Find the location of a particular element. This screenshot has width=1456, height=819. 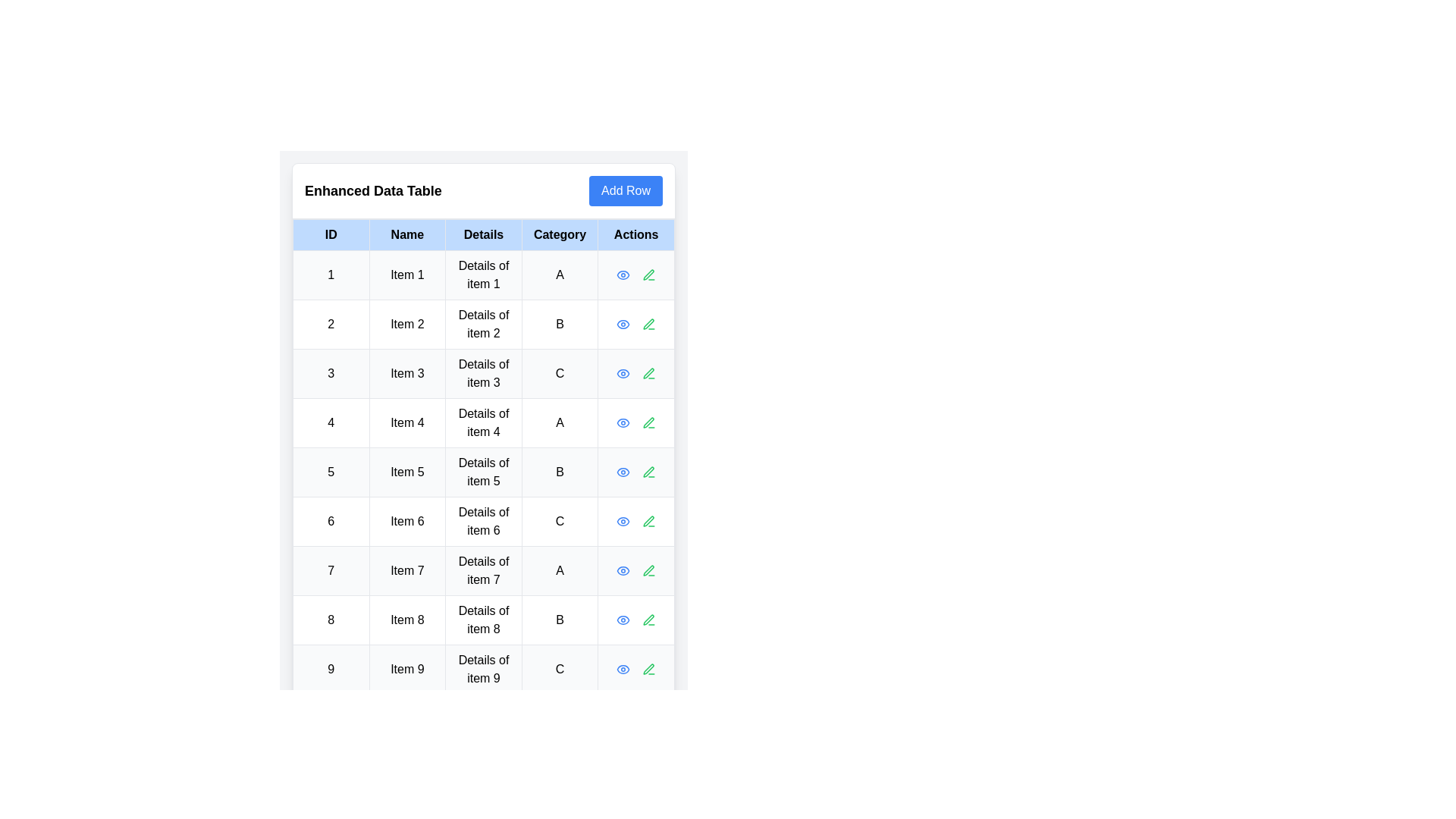

the 'ID' text label in the first cell of the seventh row corresponding to 'Item 7' in the structured data table is located at coordinates (330, 570).